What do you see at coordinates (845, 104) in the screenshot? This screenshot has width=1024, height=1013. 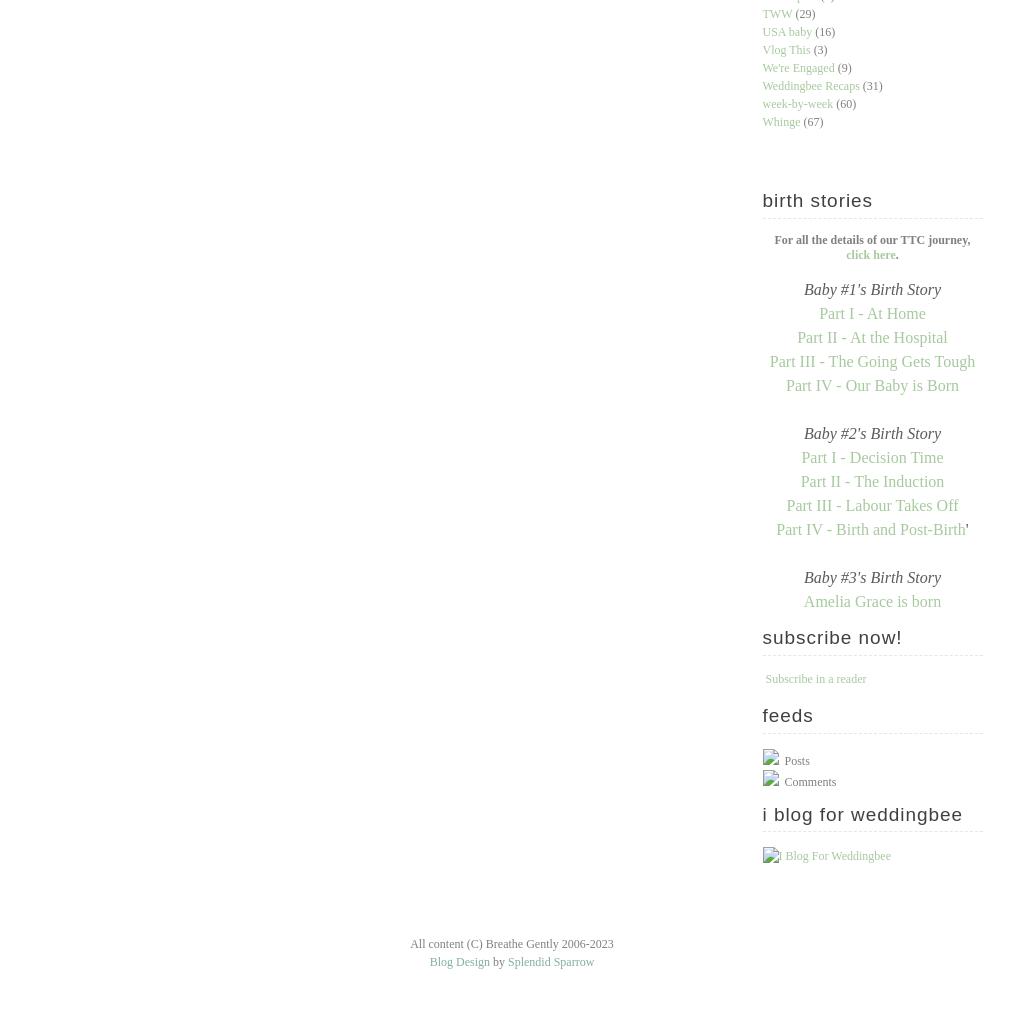 I see `'(60)'` at bounding box center [845, 104].